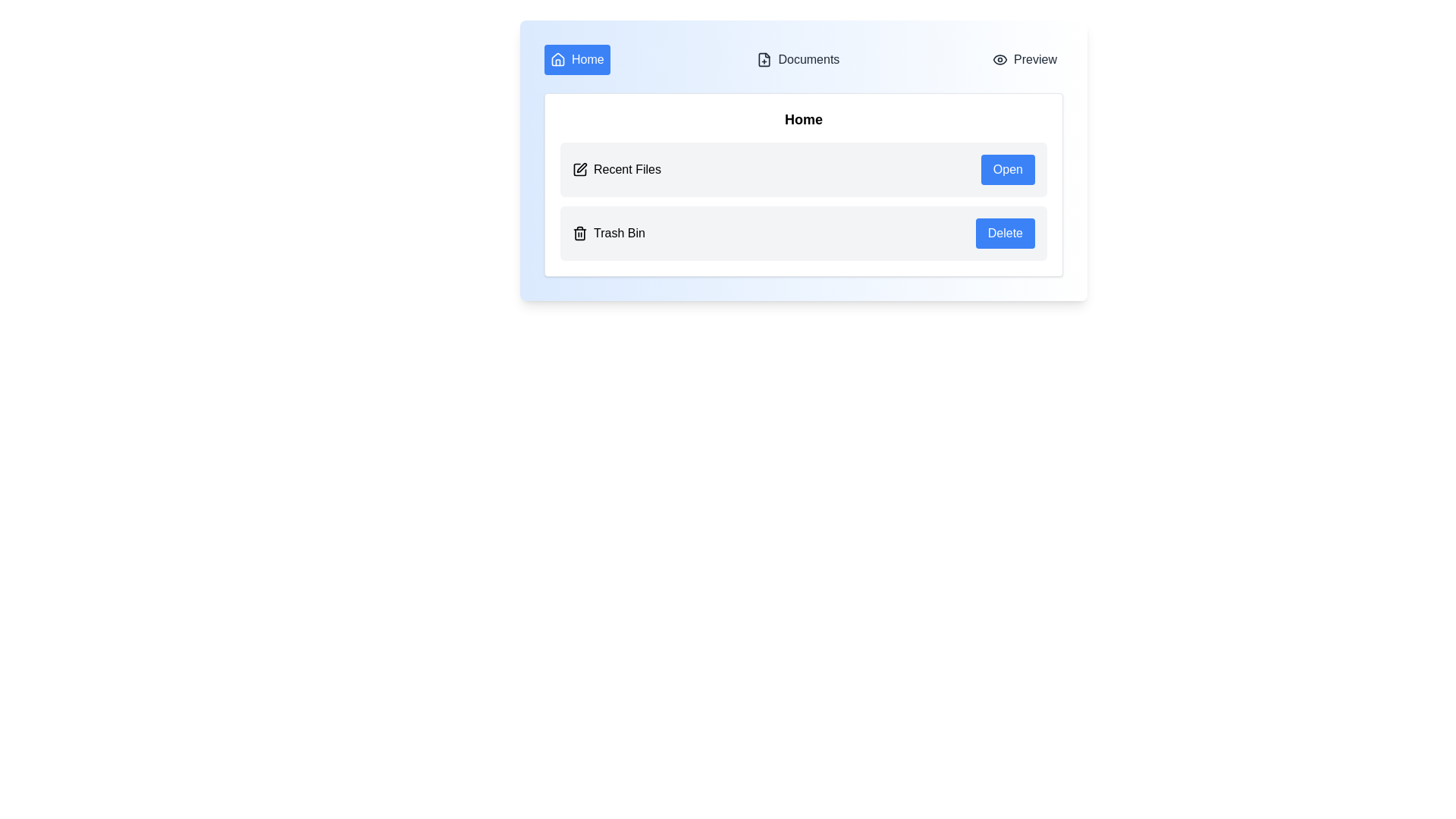  What do you see at coordinates (557, 58) in the screenshot?
I see `the Home icon located in the top-left corner of the navigation bar` at bounding box center [557, 58].